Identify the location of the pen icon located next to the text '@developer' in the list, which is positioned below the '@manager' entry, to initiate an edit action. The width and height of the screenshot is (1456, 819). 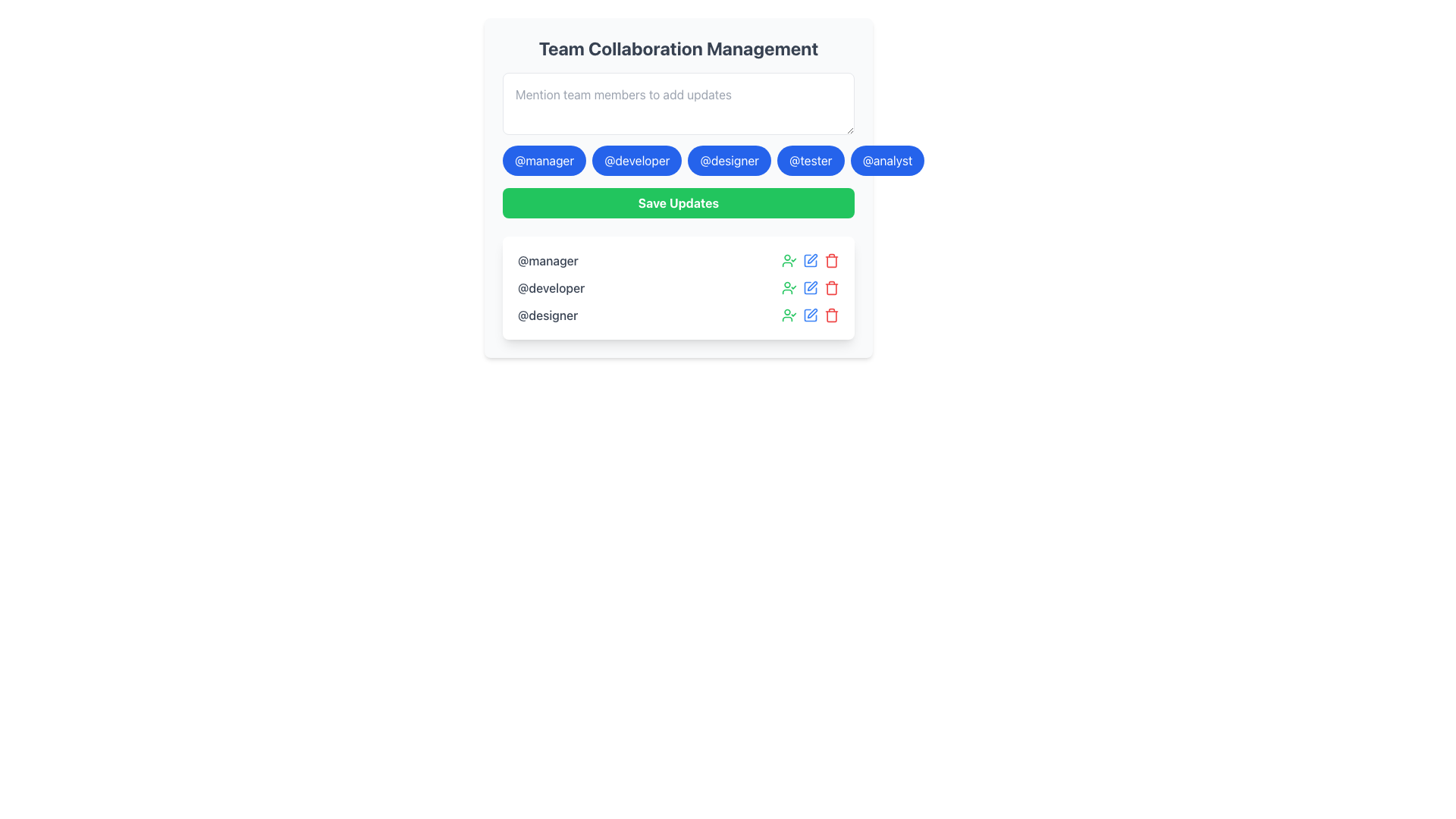
(811, 286).